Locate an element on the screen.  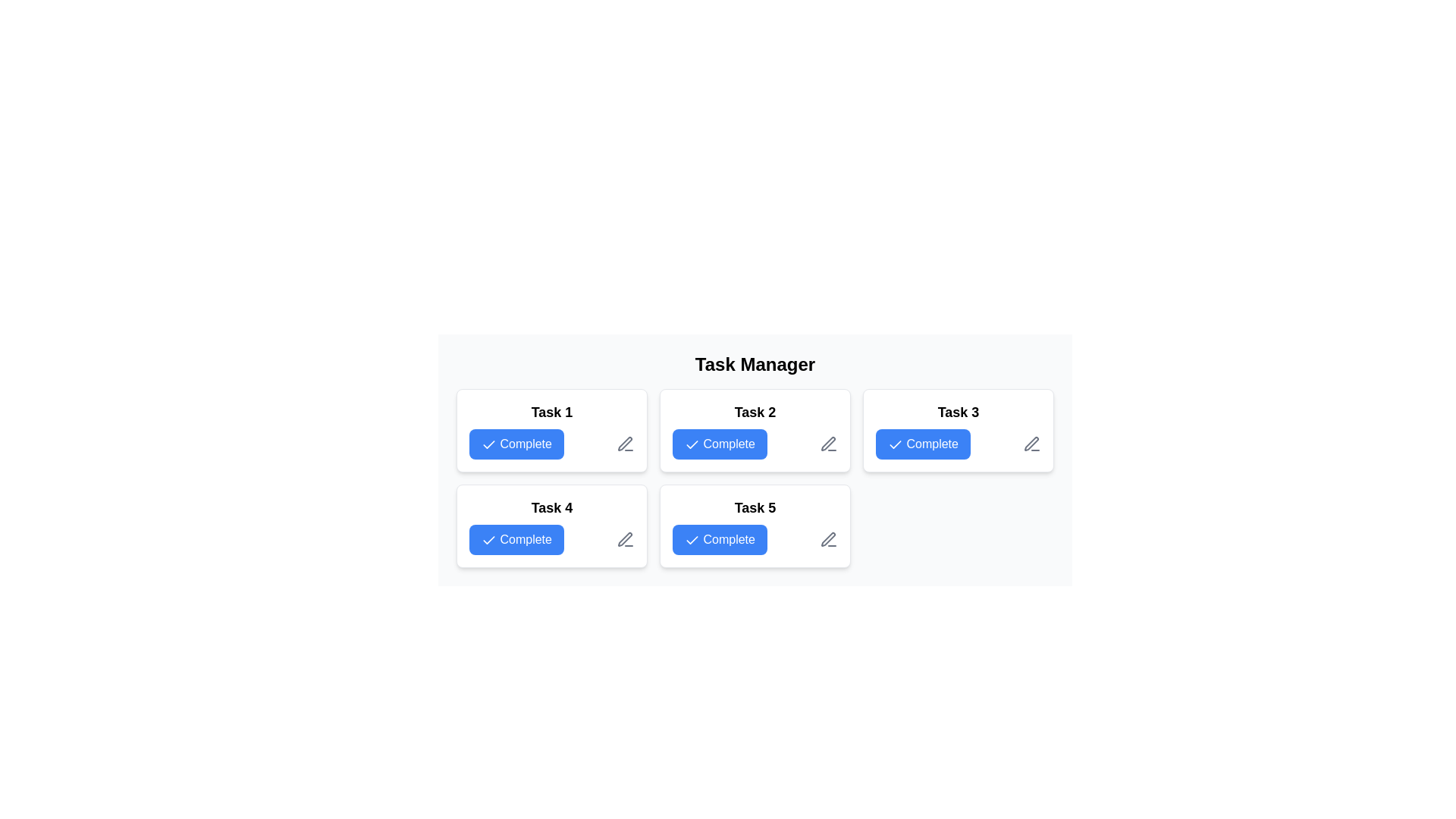
the icon button located in the bottom-right corner of the 'Task 2' card is located at coordinates (828, 444).